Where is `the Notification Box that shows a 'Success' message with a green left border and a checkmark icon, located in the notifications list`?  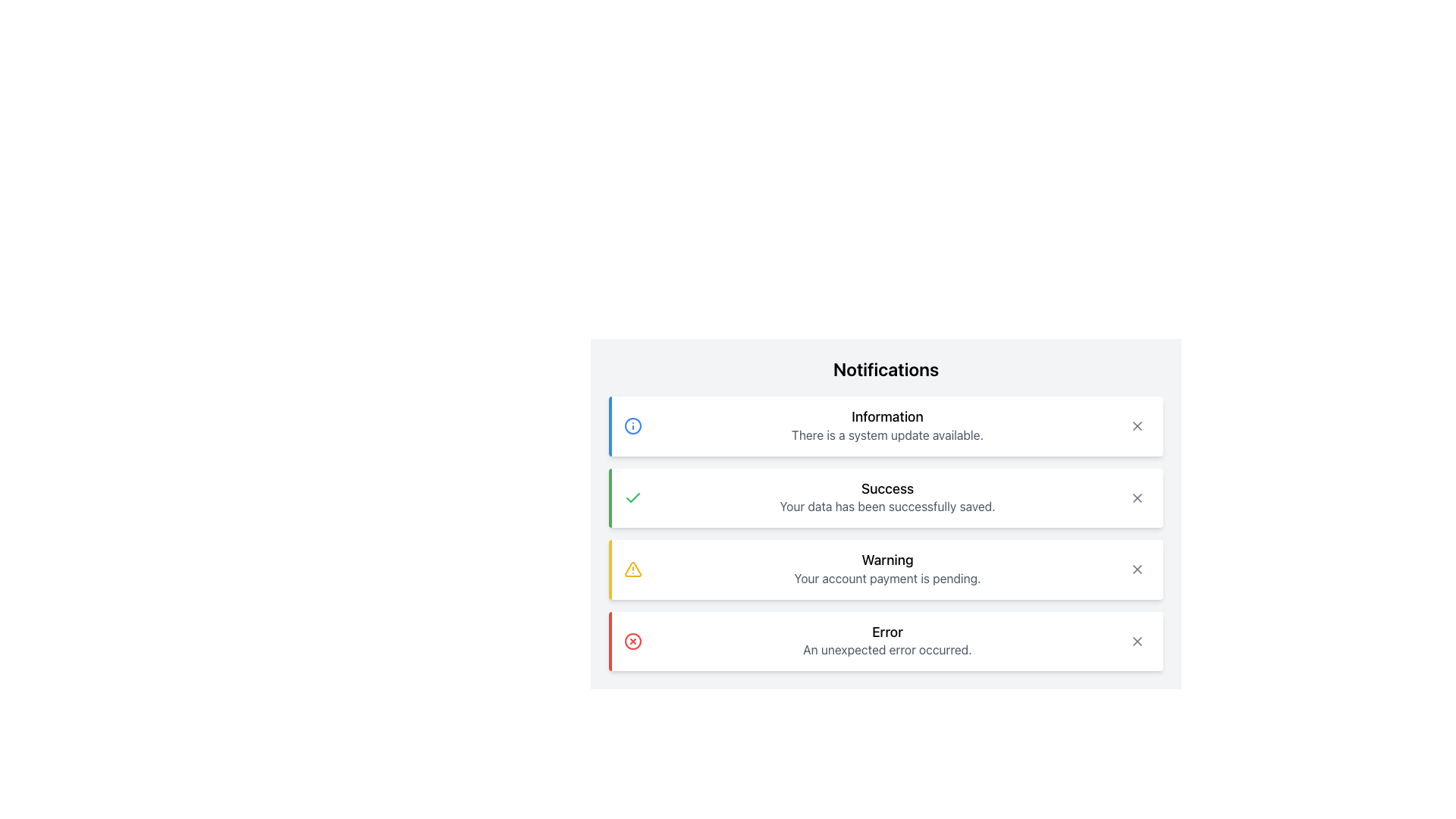 the Notification Box that shows a 'Success' message with a green left border and a checkmark icon, located in the notifications list is located at coordinates (886, 497).